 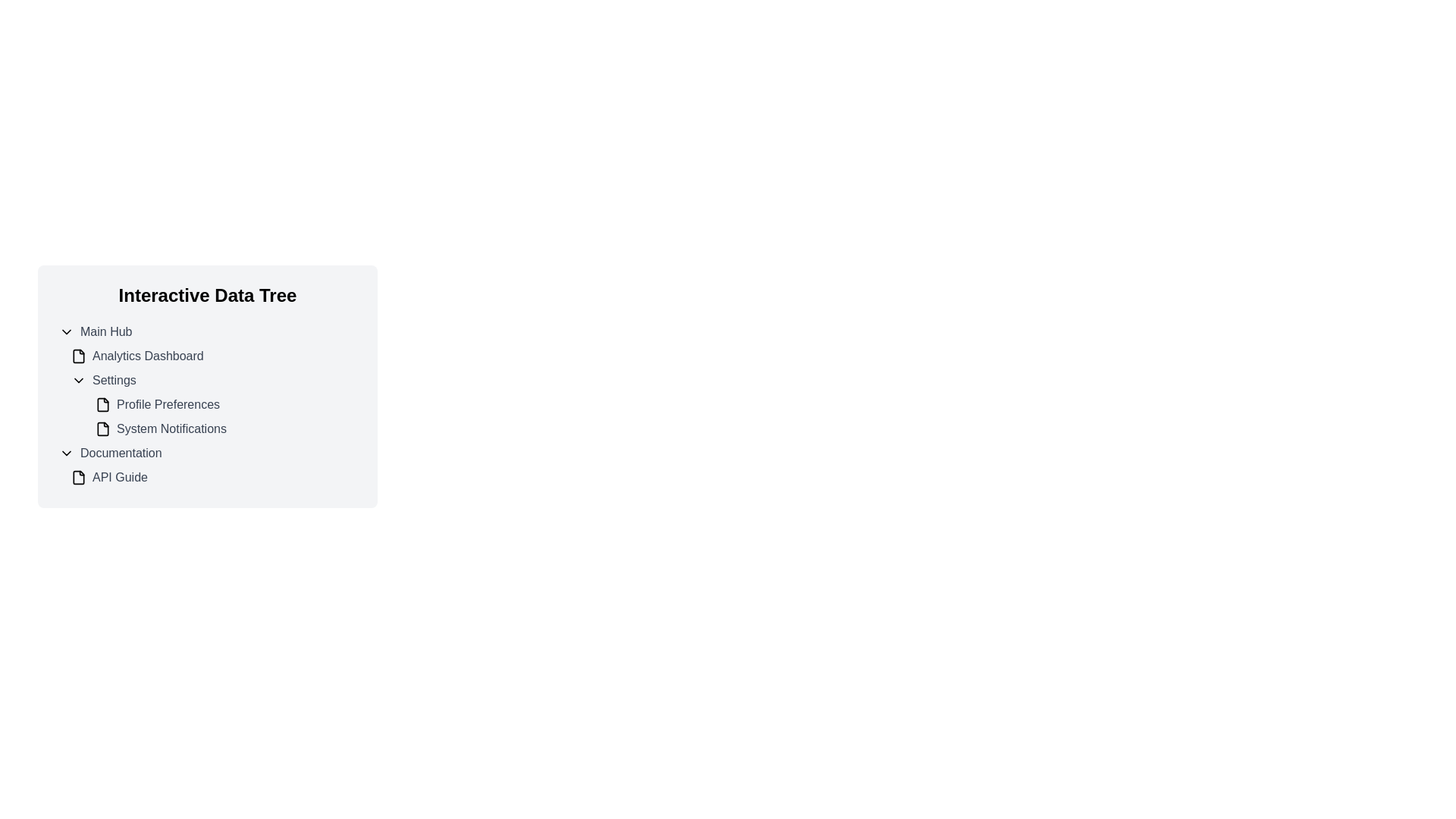 What do you see at coordinates (213, 476) in the screenshot?
I see `the first navigational list item under the 'Documentation' section in the 'Interactive Data Tree' component located in the left sidebar` at bounding box center [213, 476].